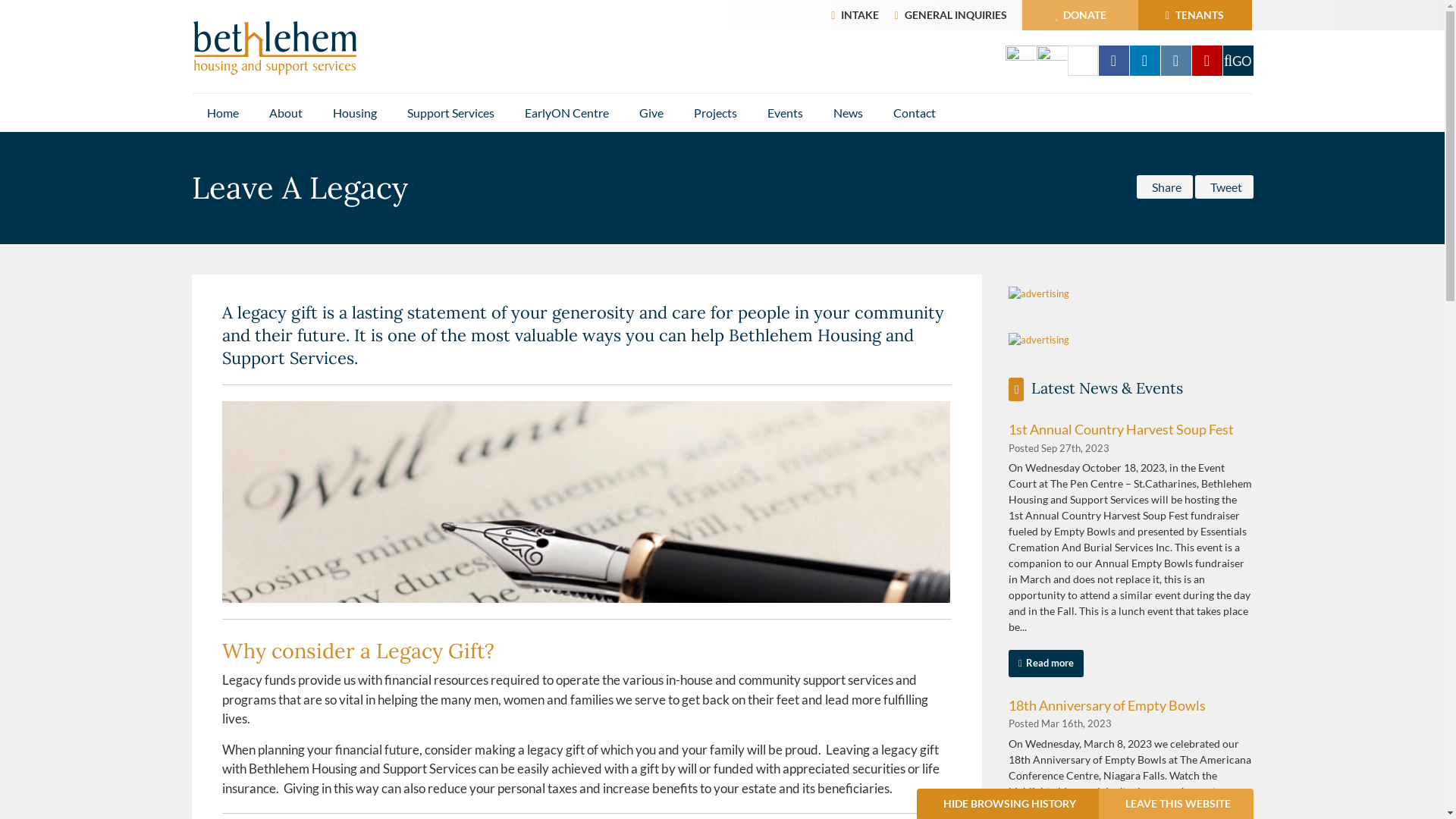  What do you see at coordinates (1193, 14) in the screenshot?
I see `' TENANTS'` at bounding box center [1193, 14].